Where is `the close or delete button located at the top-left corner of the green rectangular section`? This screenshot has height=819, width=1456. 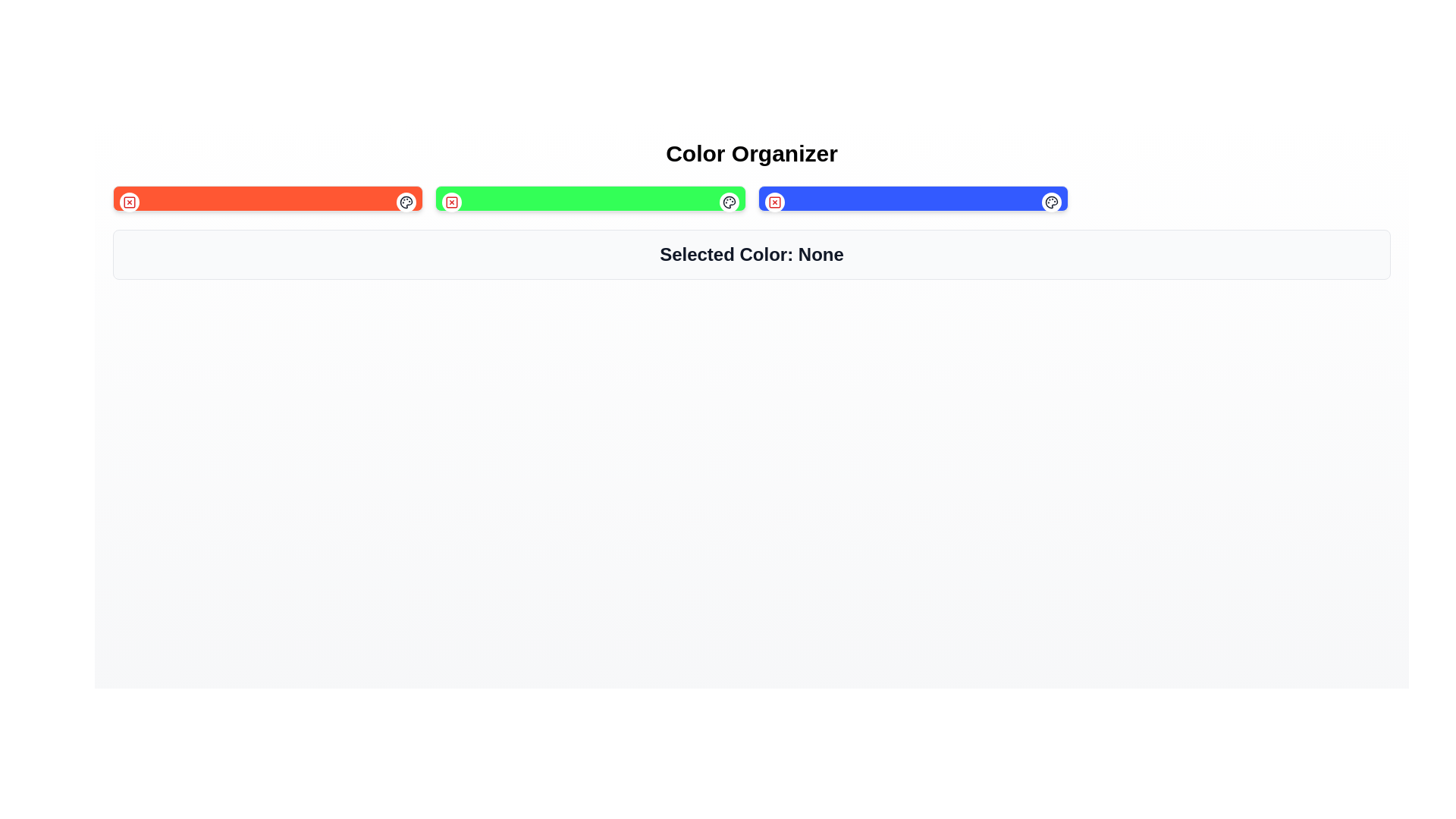 the close or delete button located at the top-left corner of the green rectangular section is located at coordinates (451, 201).